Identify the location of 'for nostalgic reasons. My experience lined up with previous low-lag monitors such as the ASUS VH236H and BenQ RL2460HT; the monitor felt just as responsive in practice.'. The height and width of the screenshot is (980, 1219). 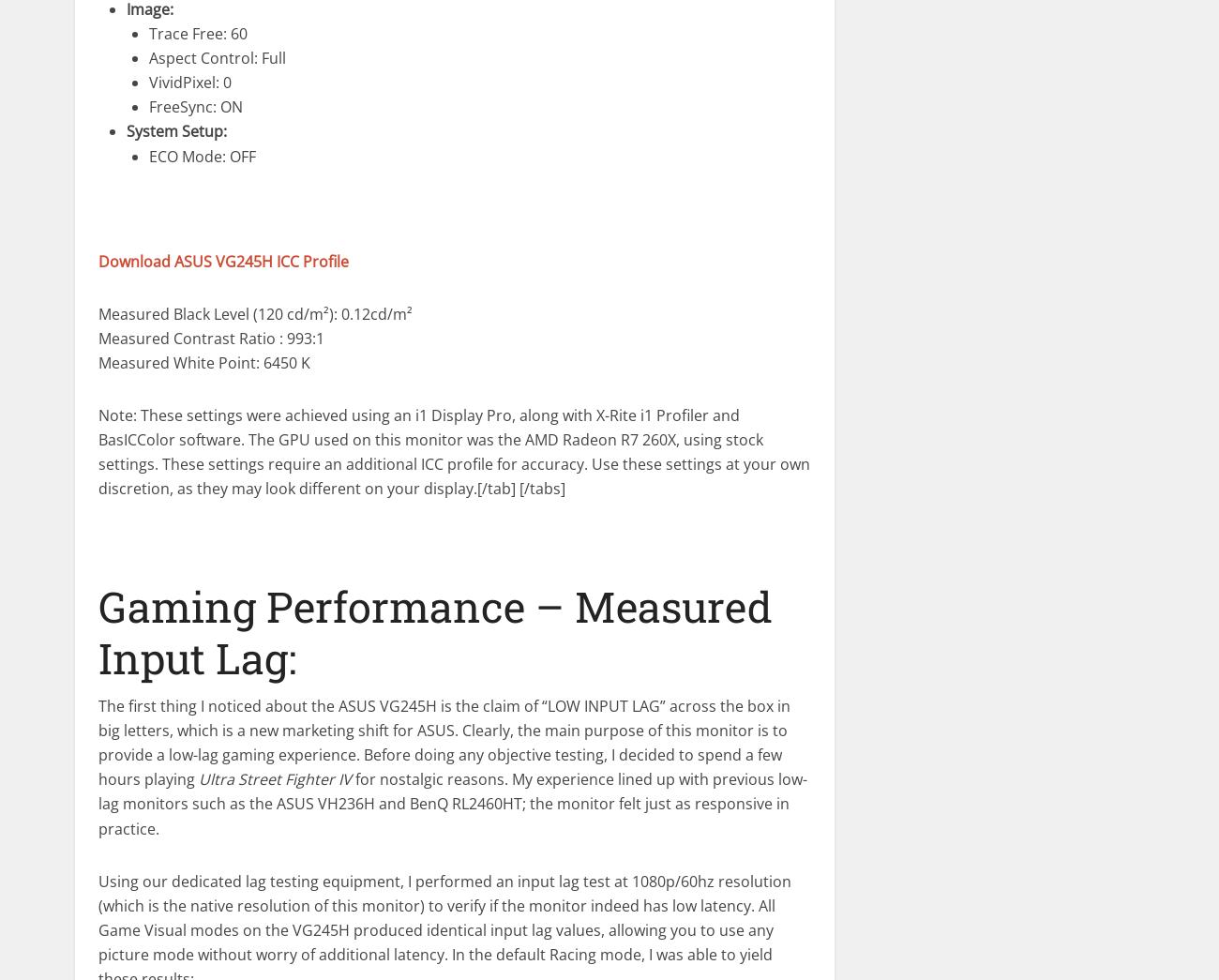
(451, 803).